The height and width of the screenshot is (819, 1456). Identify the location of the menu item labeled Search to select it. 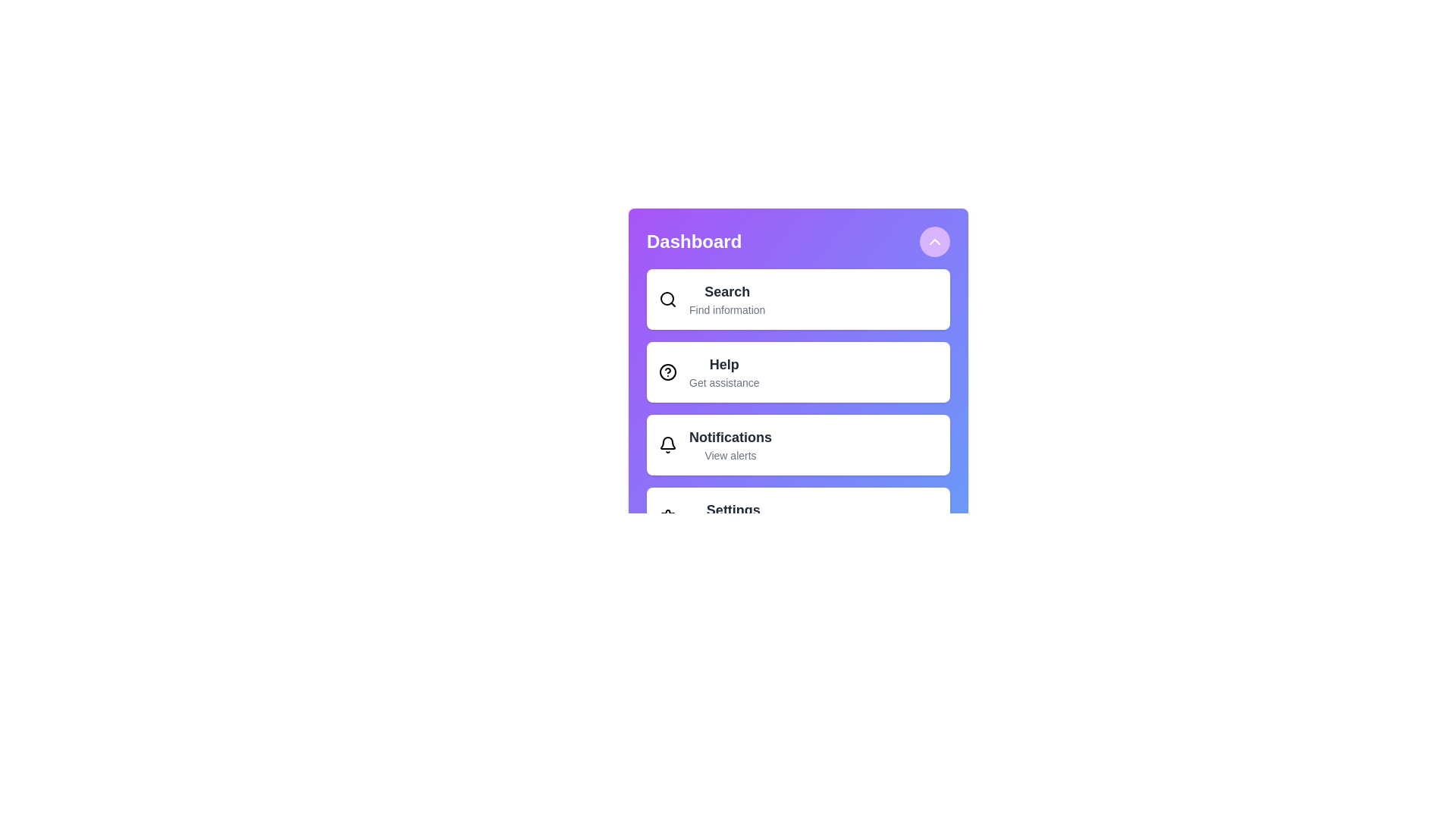
(797, 299).